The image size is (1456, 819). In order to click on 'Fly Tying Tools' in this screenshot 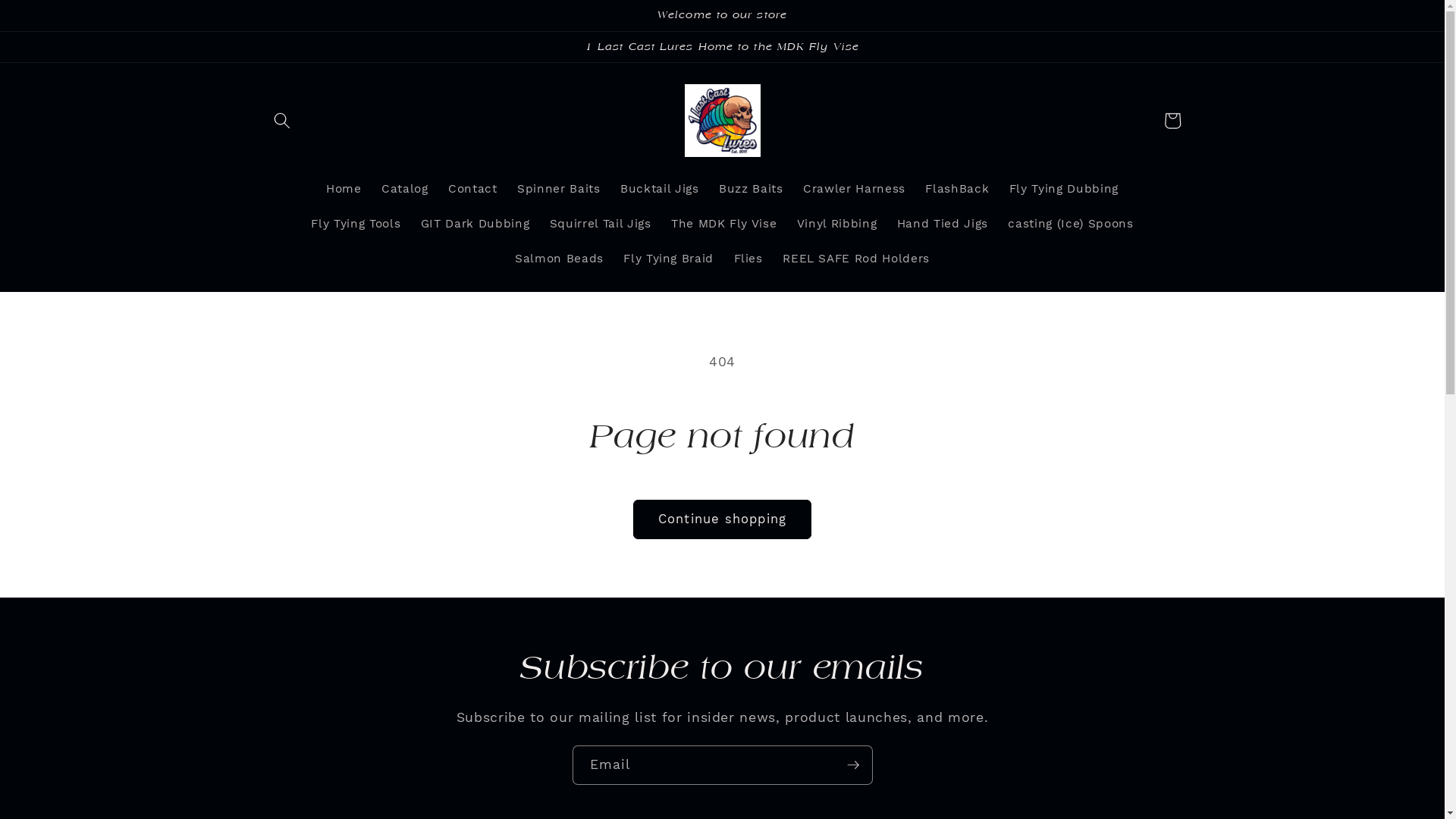, I will do `click(355, 224)`.